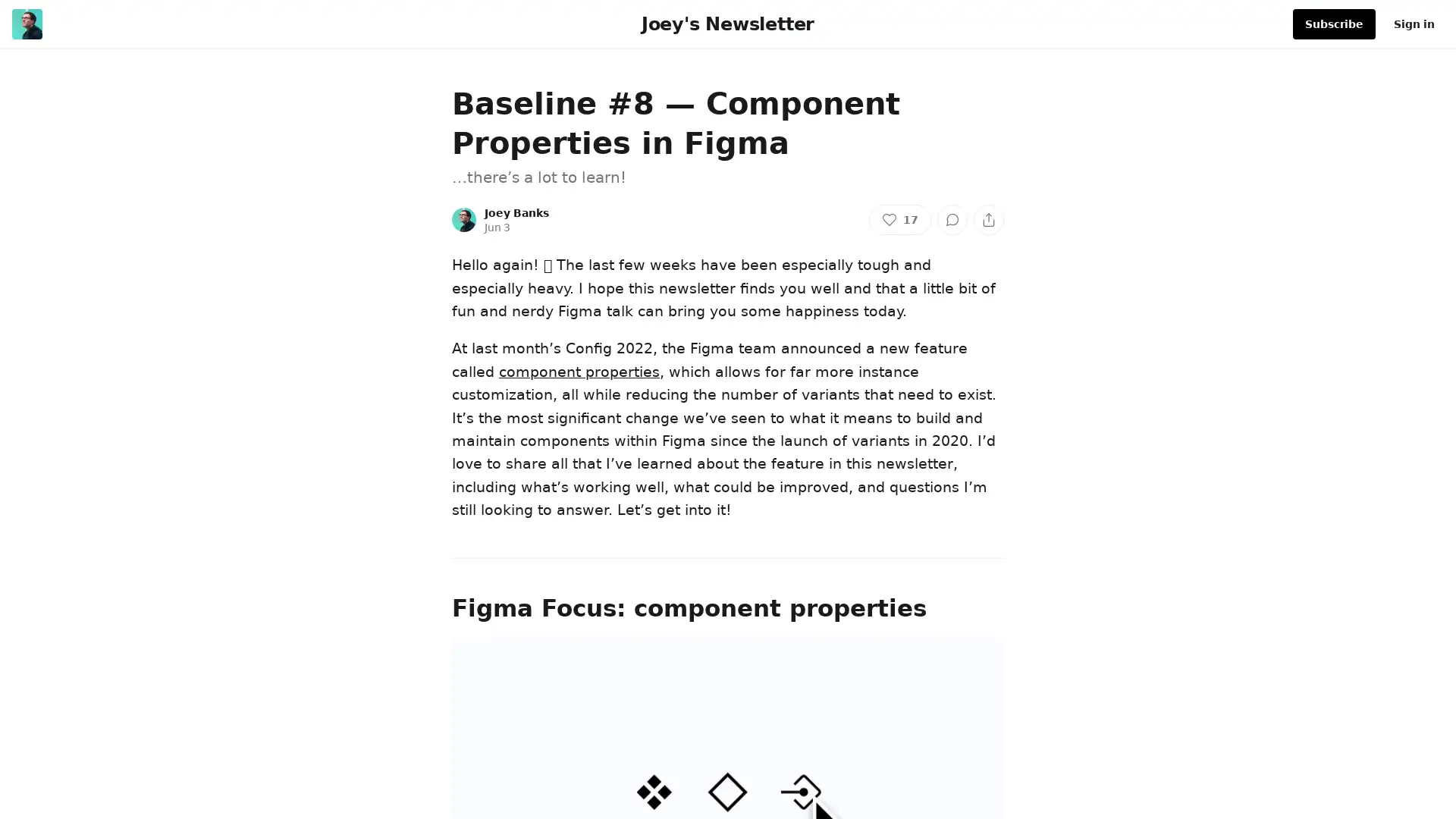 The width and height of the screenshot is (1456, 819). What do you see at coordinates (1333, 24) in the screenshot?
I see `Subscribe` at bounding box center [1333, 24].